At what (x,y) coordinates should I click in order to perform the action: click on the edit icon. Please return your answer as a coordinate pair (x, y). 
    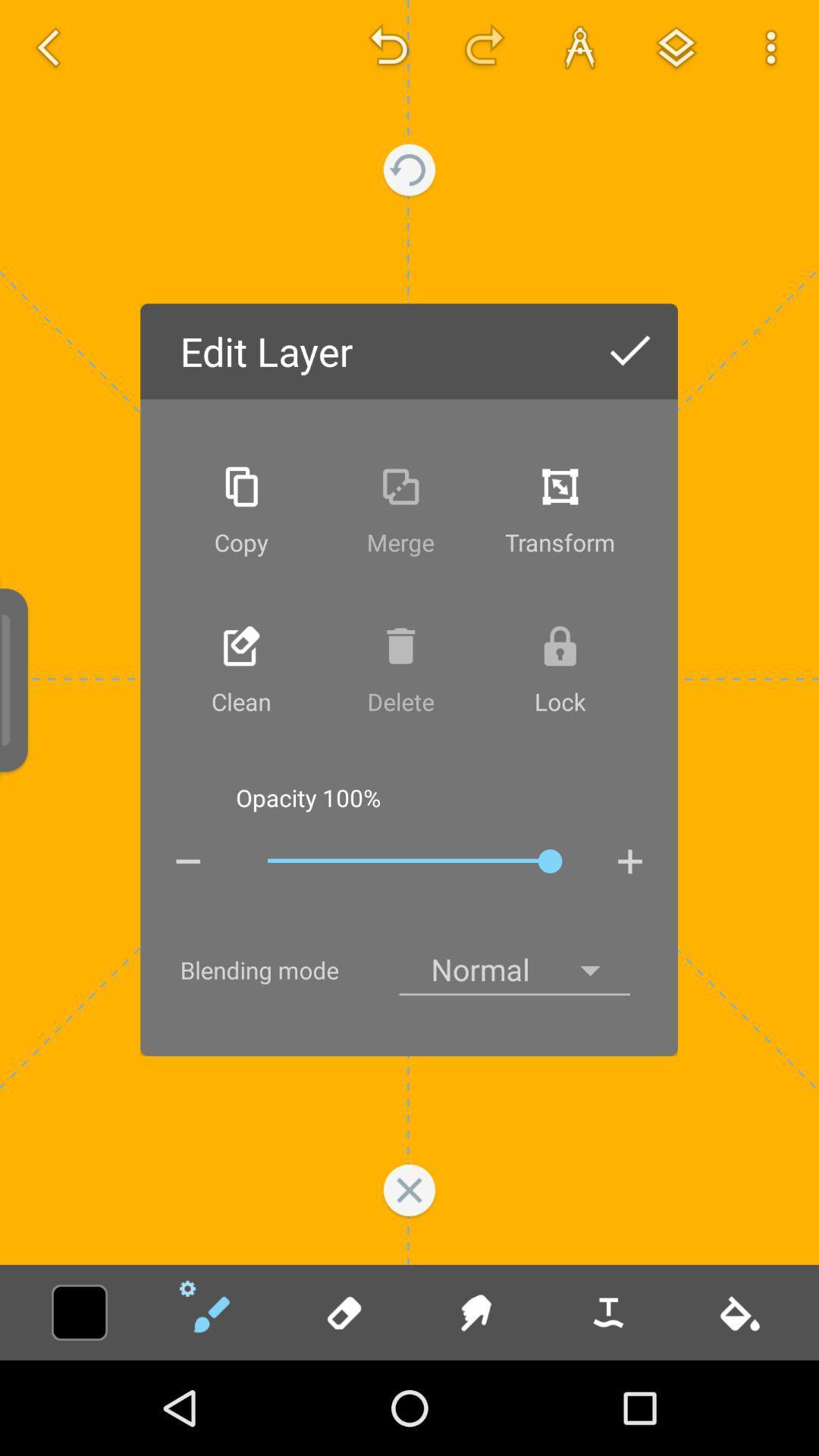
    Looking at the image, I should click on (211, 1312).